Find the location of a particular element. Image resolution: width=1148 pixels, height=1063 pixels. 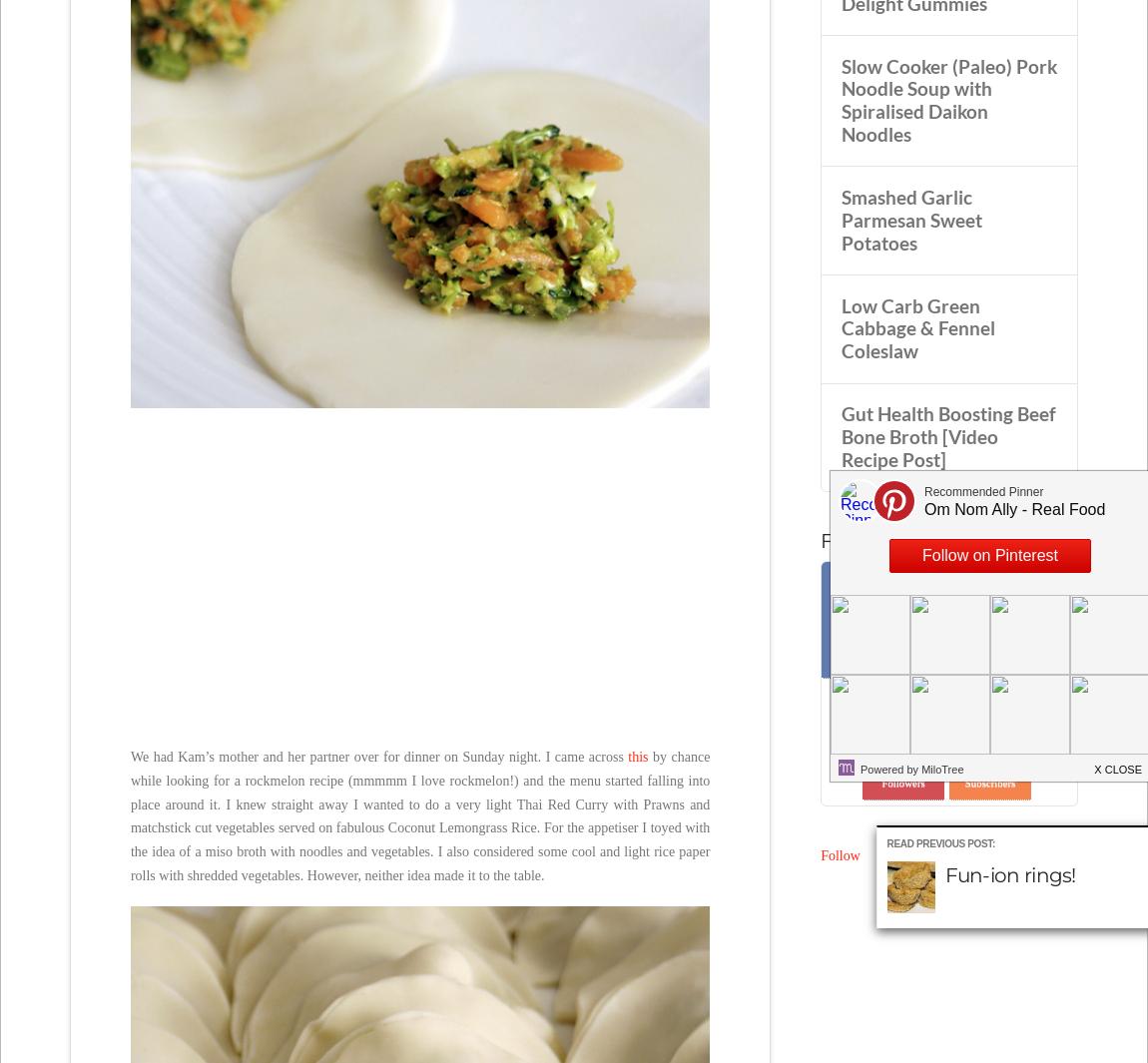

'13,779' is located at coordinates (902, 756).